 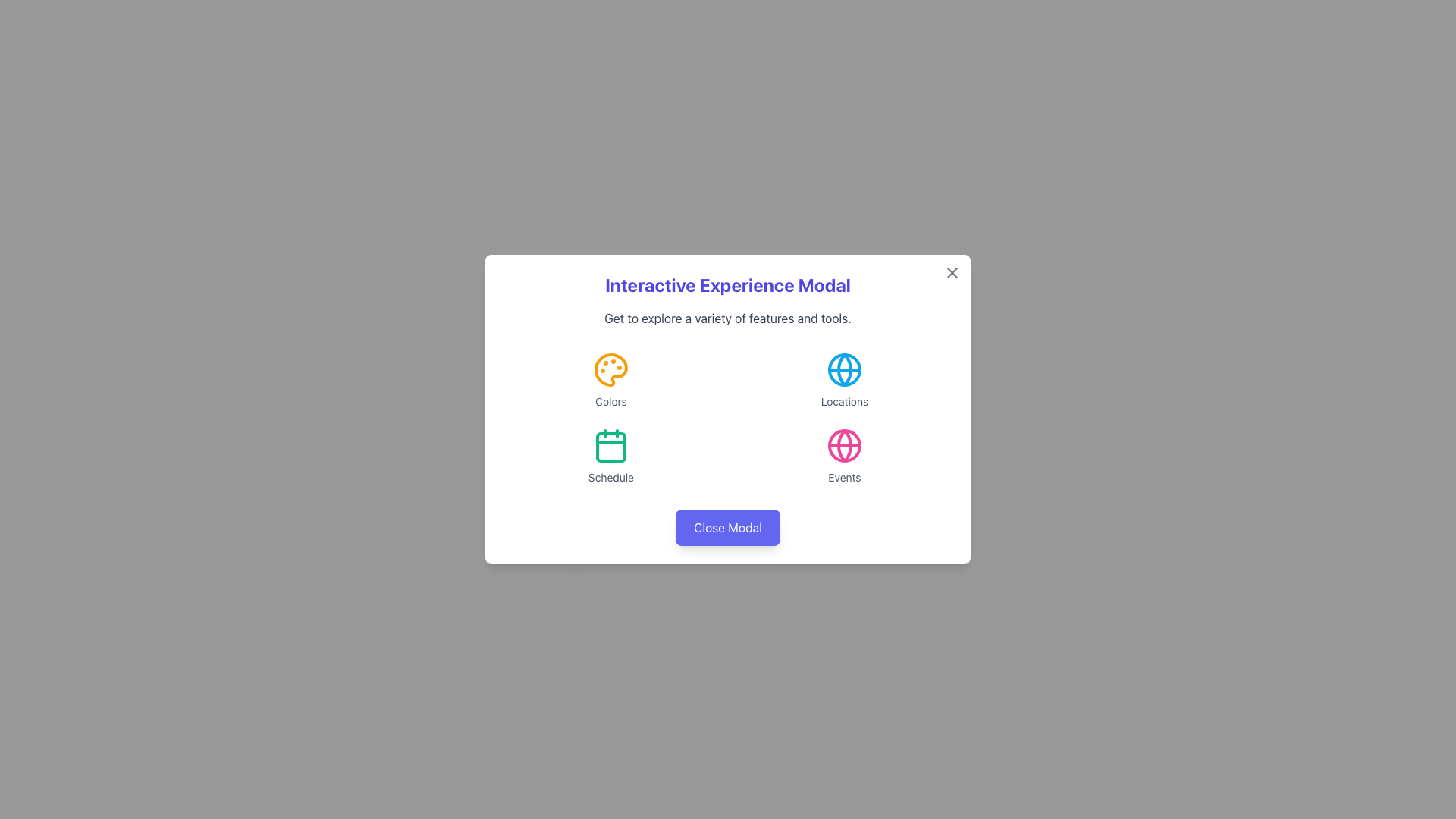 What do you see at coordinates (611, 400) in the screenshot?
I see `the text label 'Colors' which describes the palette icon located in the modal interface, positioned below the amber-colored palette icon at the top-left of the grid layout` at bounding box center [611, 400].